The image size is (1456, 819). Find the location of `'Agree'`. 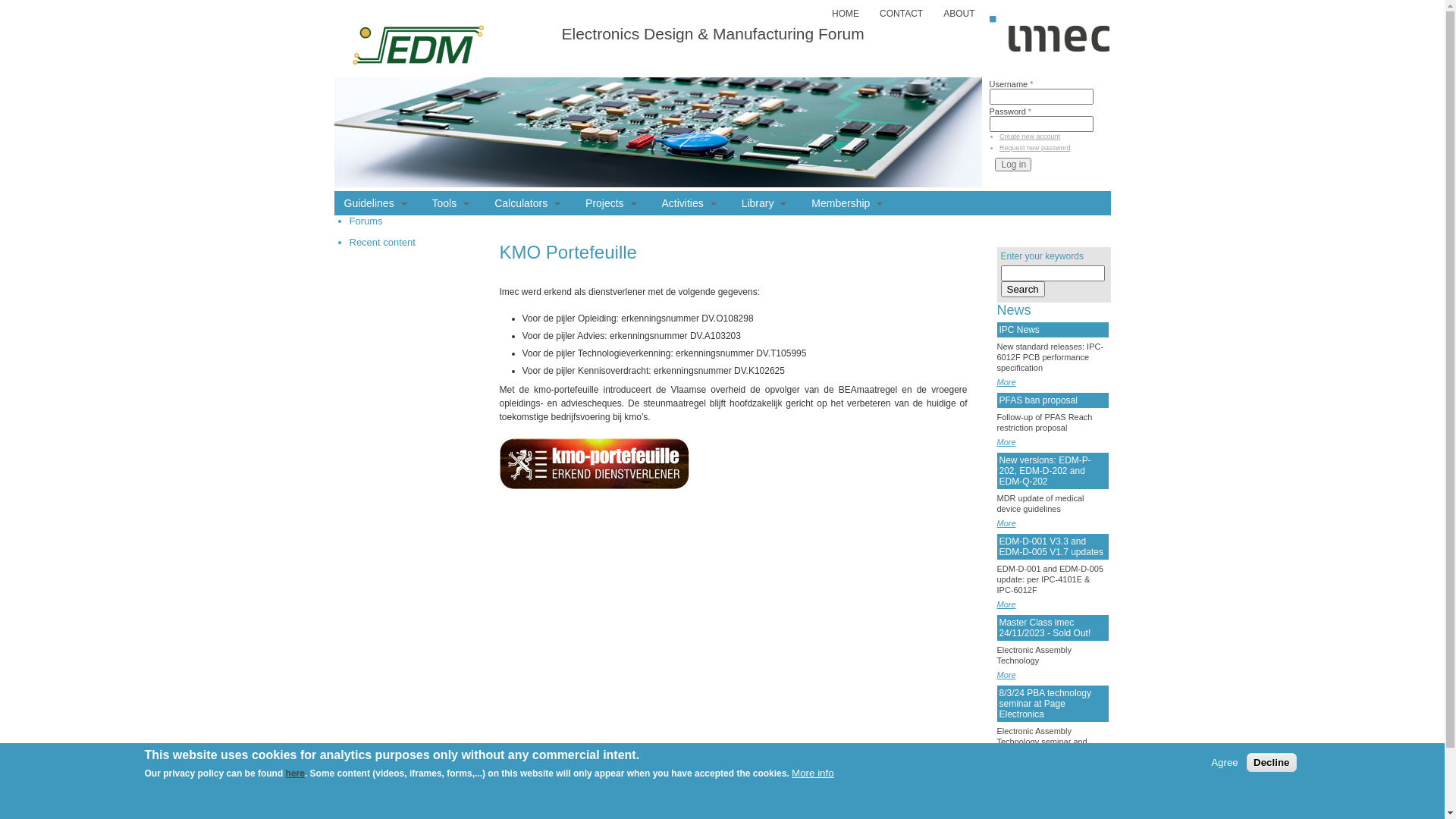

'Agree' is located at coordinates (1224, 762).